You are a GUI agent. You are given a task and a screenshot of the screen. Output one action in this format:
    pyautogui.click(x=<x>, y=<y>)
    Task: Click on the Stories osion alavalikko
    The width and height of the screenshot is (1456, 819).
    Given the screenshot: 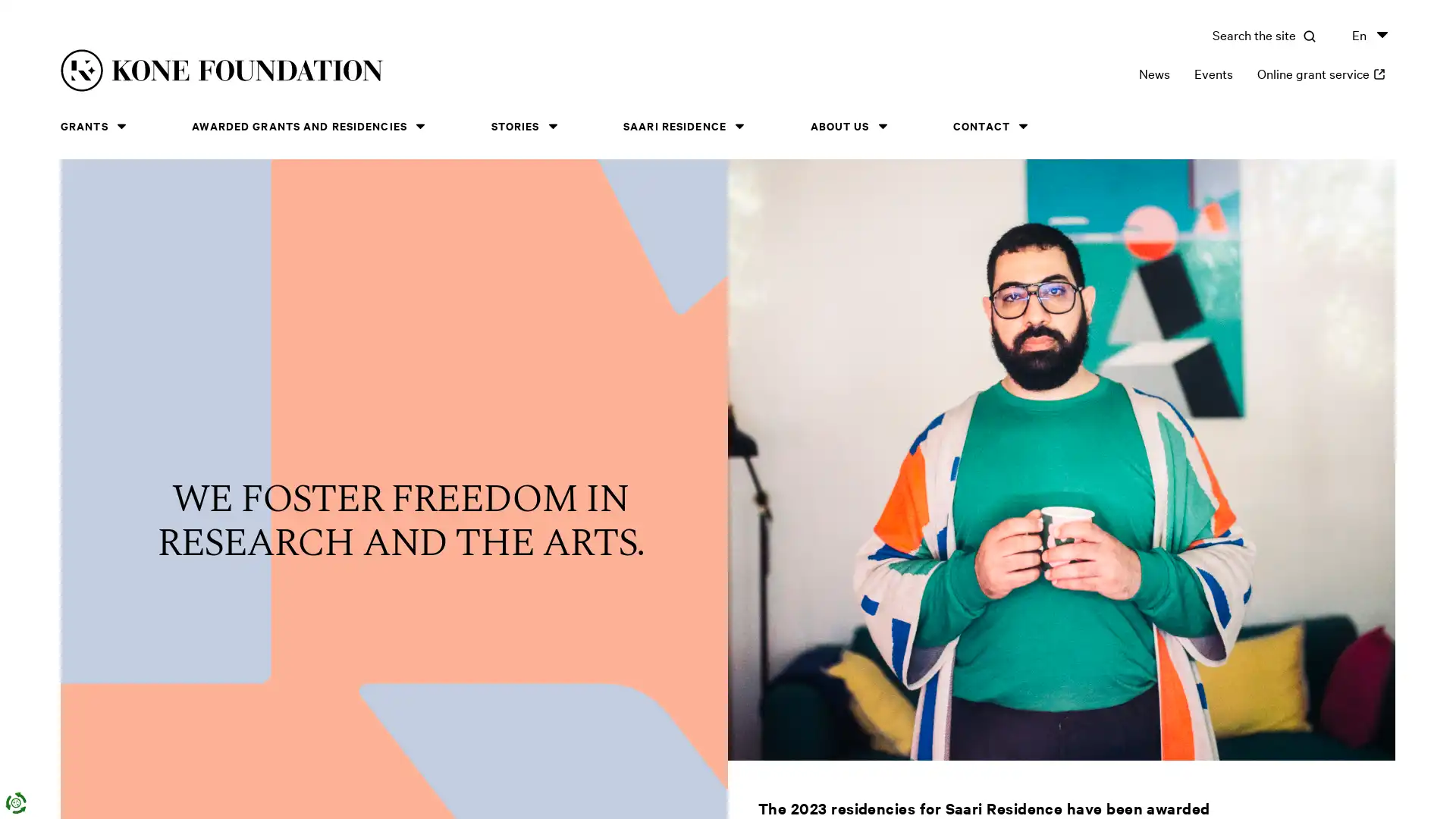 What is the action you would take?
    pyautogui.click(x=552, y=125)
    